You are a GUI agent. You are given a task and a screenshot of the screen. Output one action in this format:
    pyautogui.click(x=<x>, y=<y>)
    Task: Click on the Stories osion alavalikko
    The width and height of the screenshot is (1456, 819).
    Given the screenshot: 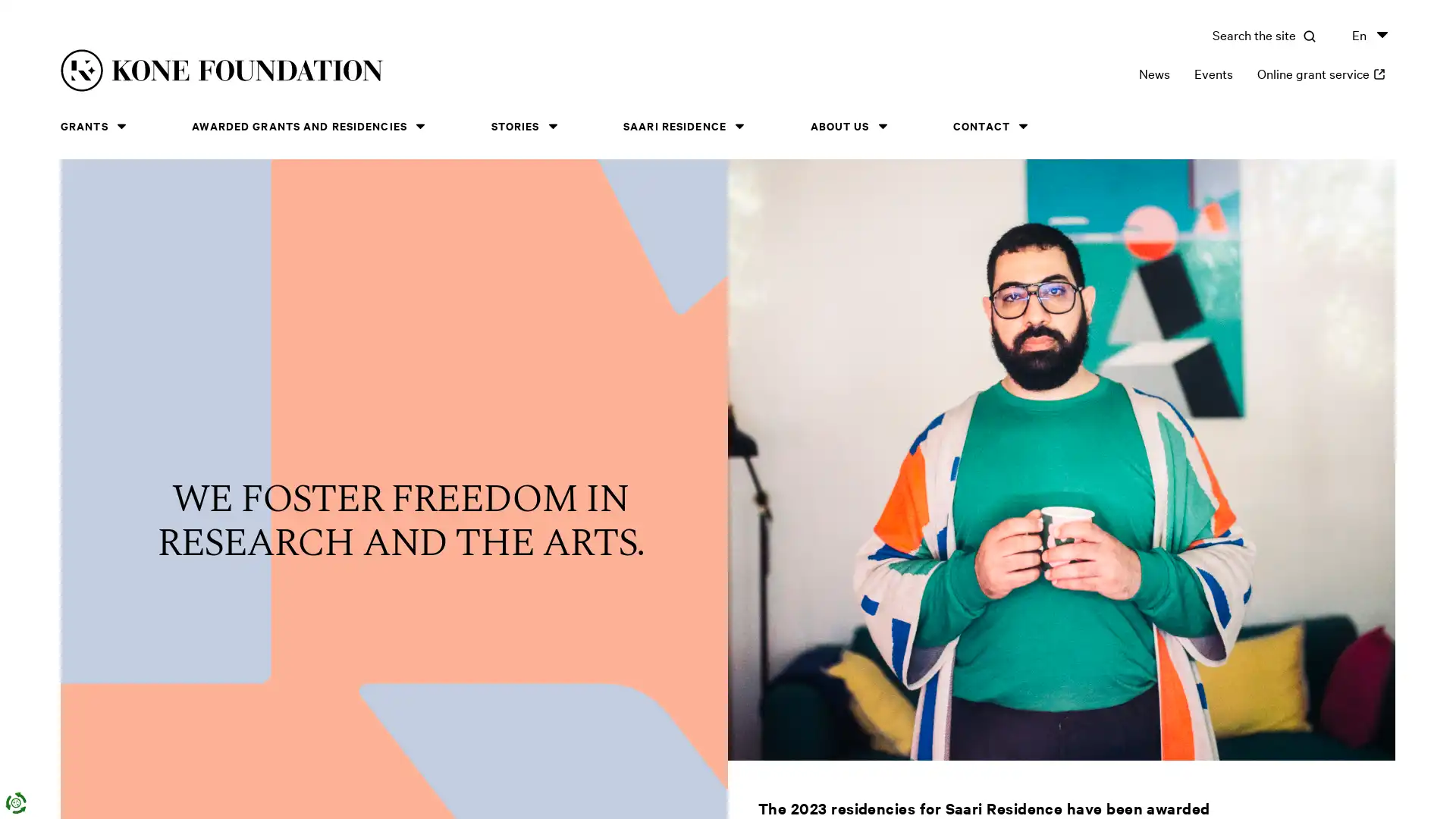 What is the action you would take?
    pyautogui.click(x=552, y=125)
    